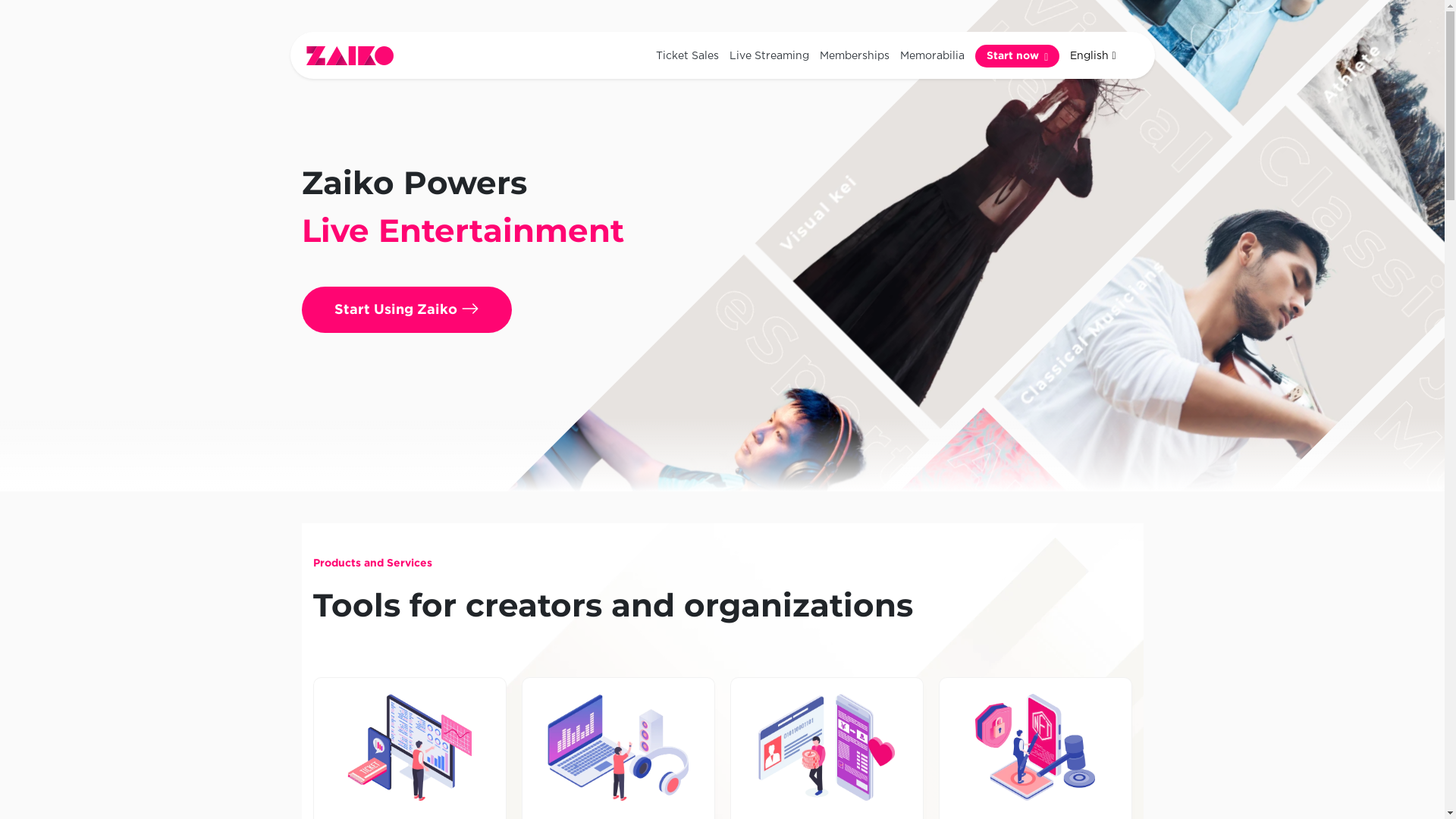  I want to click on 'Start Using Zaiko', so click(406, 309).